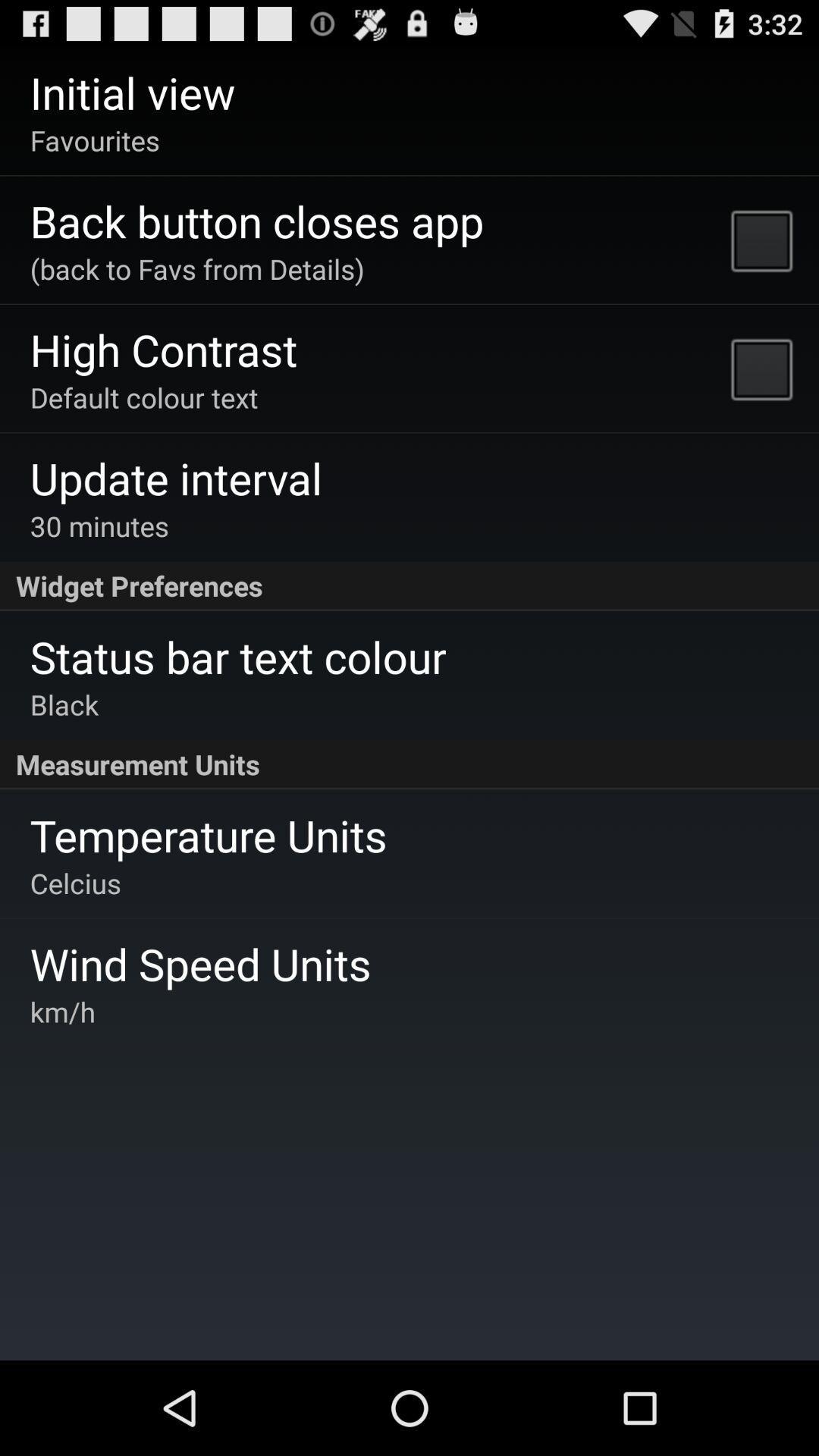  What do you see at coordinates (61, 1012) in the screenshot?
I see `icon below wind speed units app` at bounding box center [61, 1012].